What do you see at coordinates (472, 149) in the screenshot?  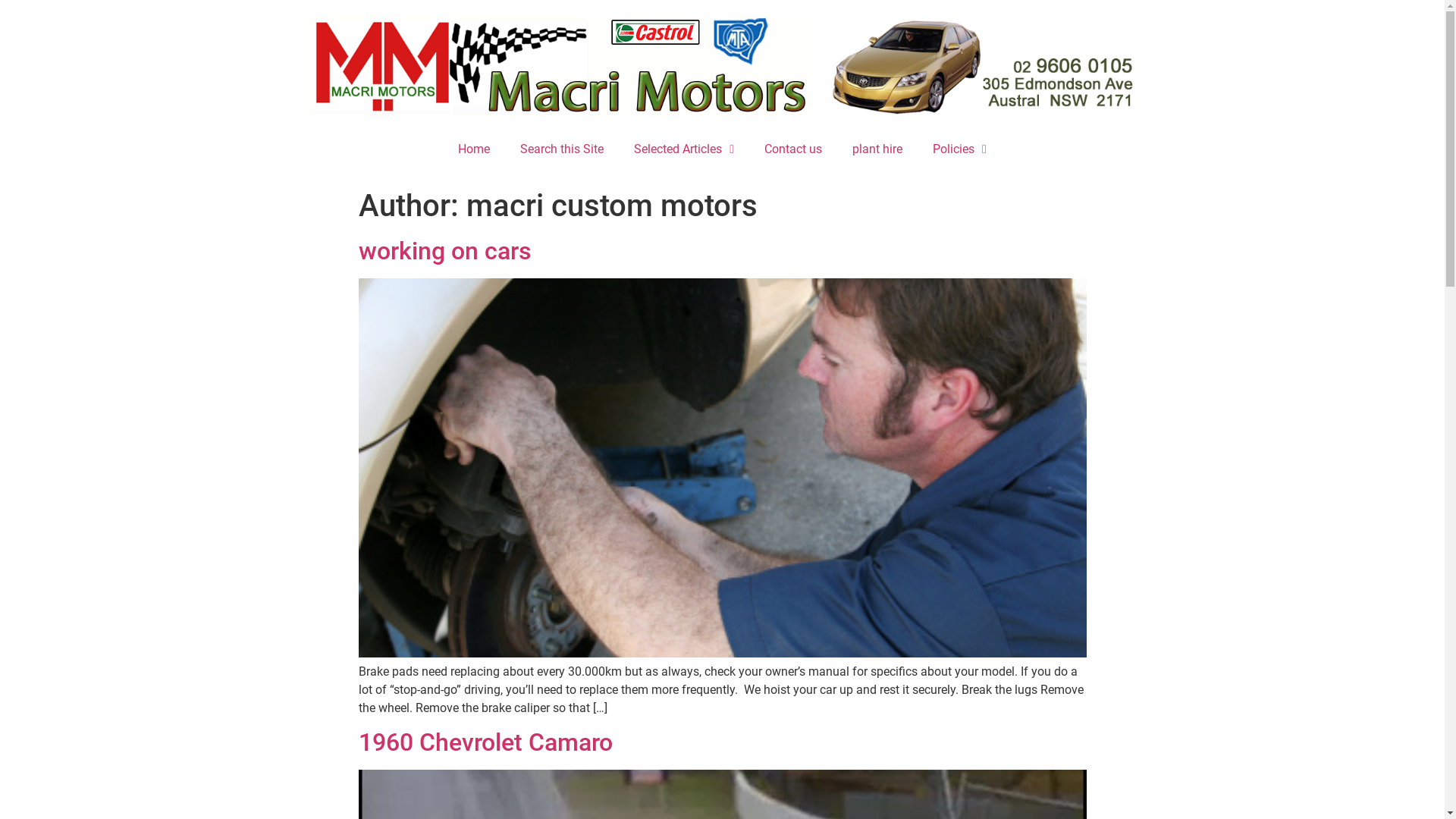 I see `'Home'` at bounding box center [472, 149].